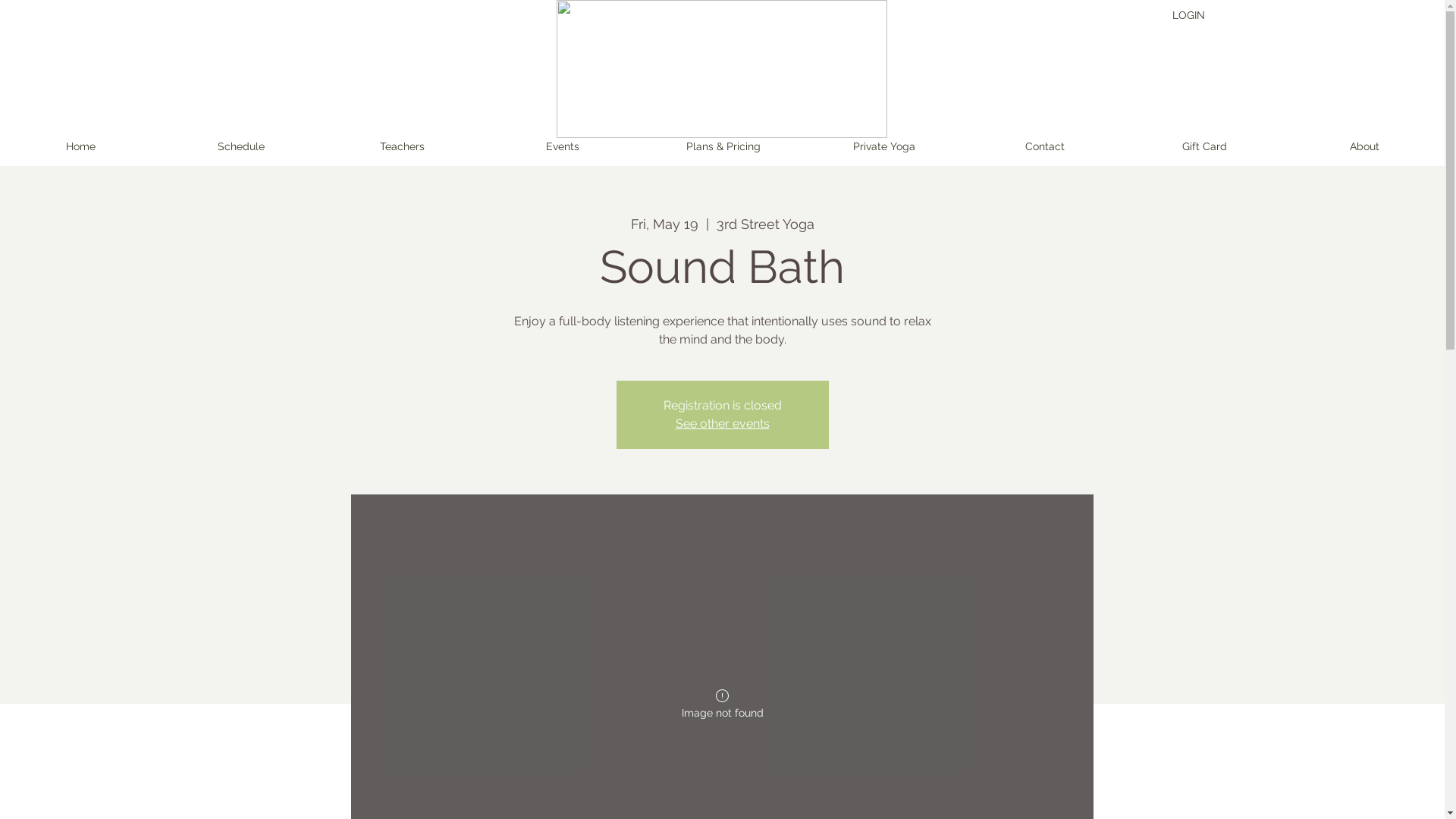 The width and height of the screenshot is (1456, 819). I want to click on 'Teachers', so click(401, 146).